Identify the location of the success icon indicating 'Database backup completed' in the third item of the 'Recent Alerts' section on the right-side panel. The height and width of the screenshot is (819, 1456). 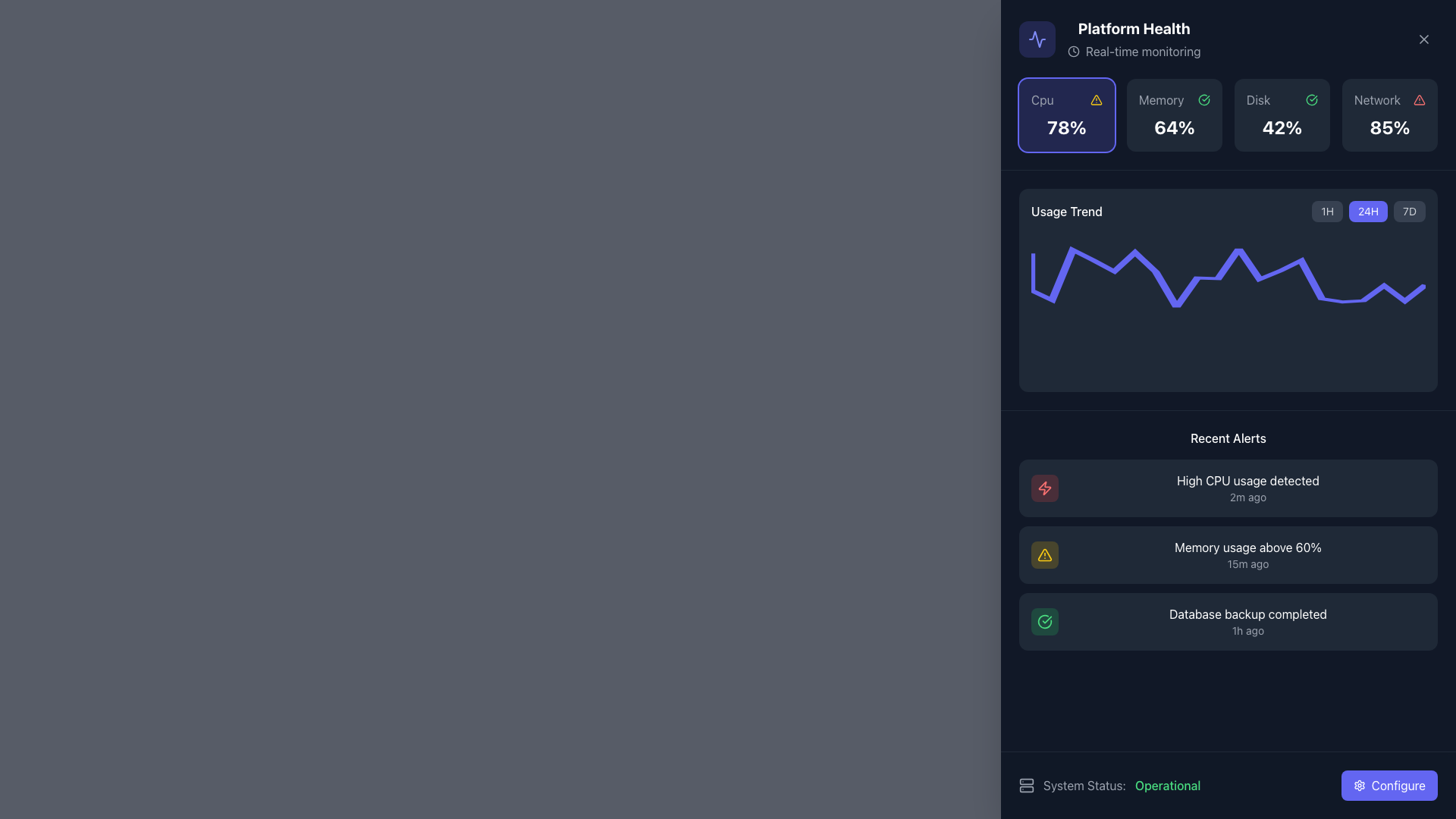
(1043, 622).